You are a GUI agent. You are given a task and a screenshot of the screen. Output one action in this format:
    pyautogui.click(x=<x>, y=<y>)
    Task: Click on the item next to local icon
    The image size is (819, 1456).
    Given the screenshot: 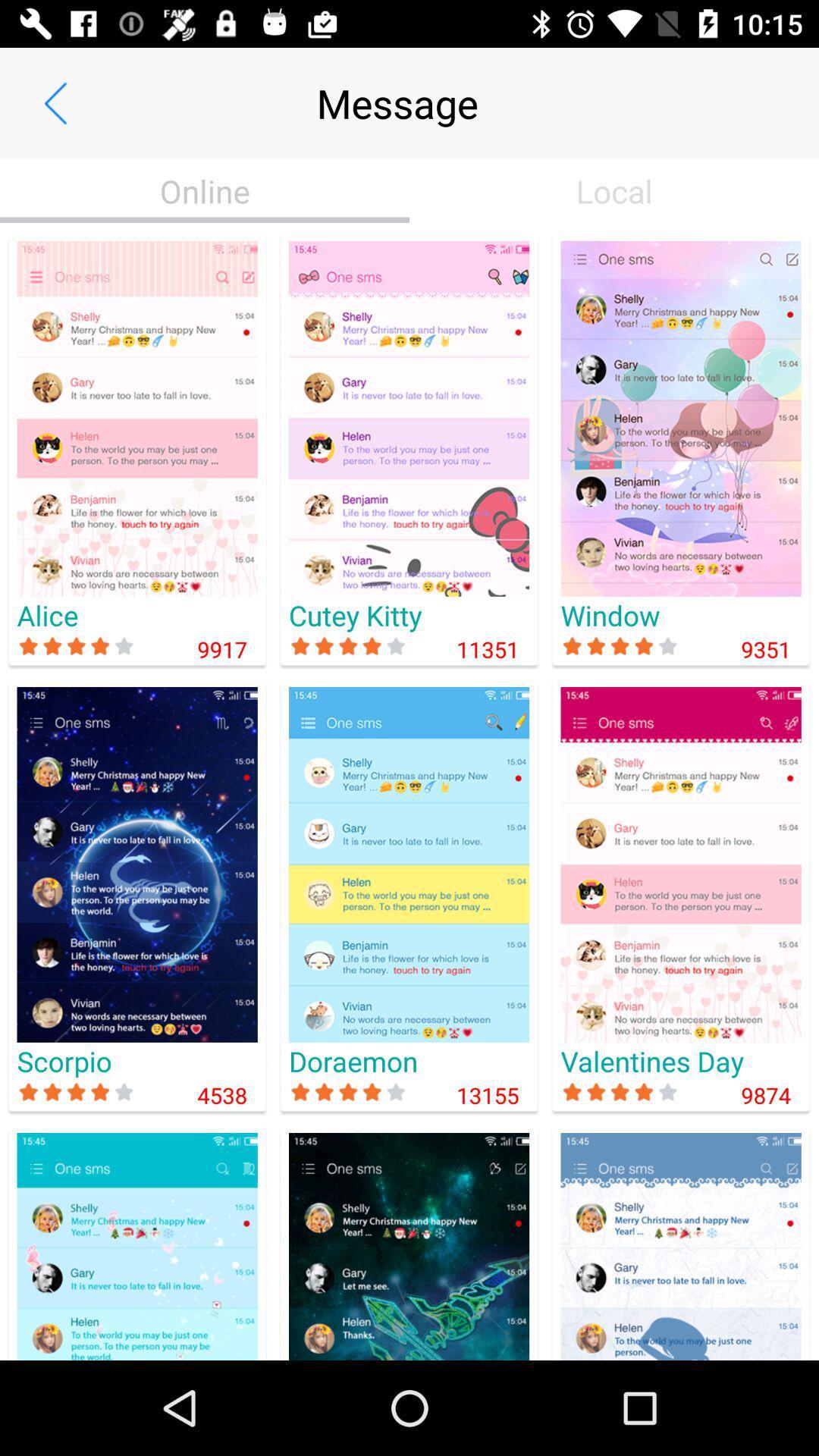 What is the action you would take?
    pyautogui.click(x=205, y=190)
    